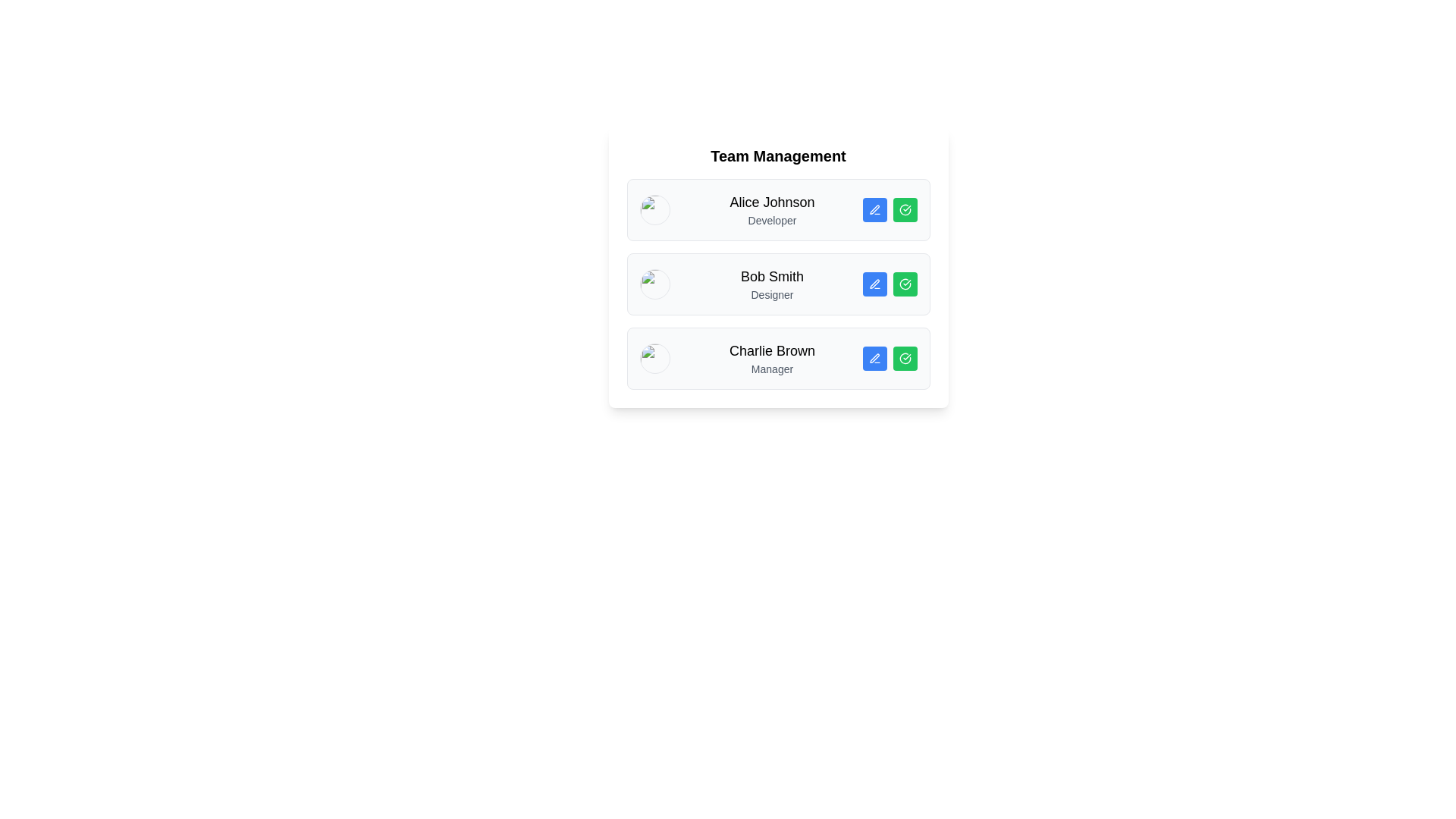 The image size is (1456, 819). Describe the element at coordinates (874, 284) in the screenshot. I see `the edit icon button located in the second row next to 'Bob Smith'` at that location.